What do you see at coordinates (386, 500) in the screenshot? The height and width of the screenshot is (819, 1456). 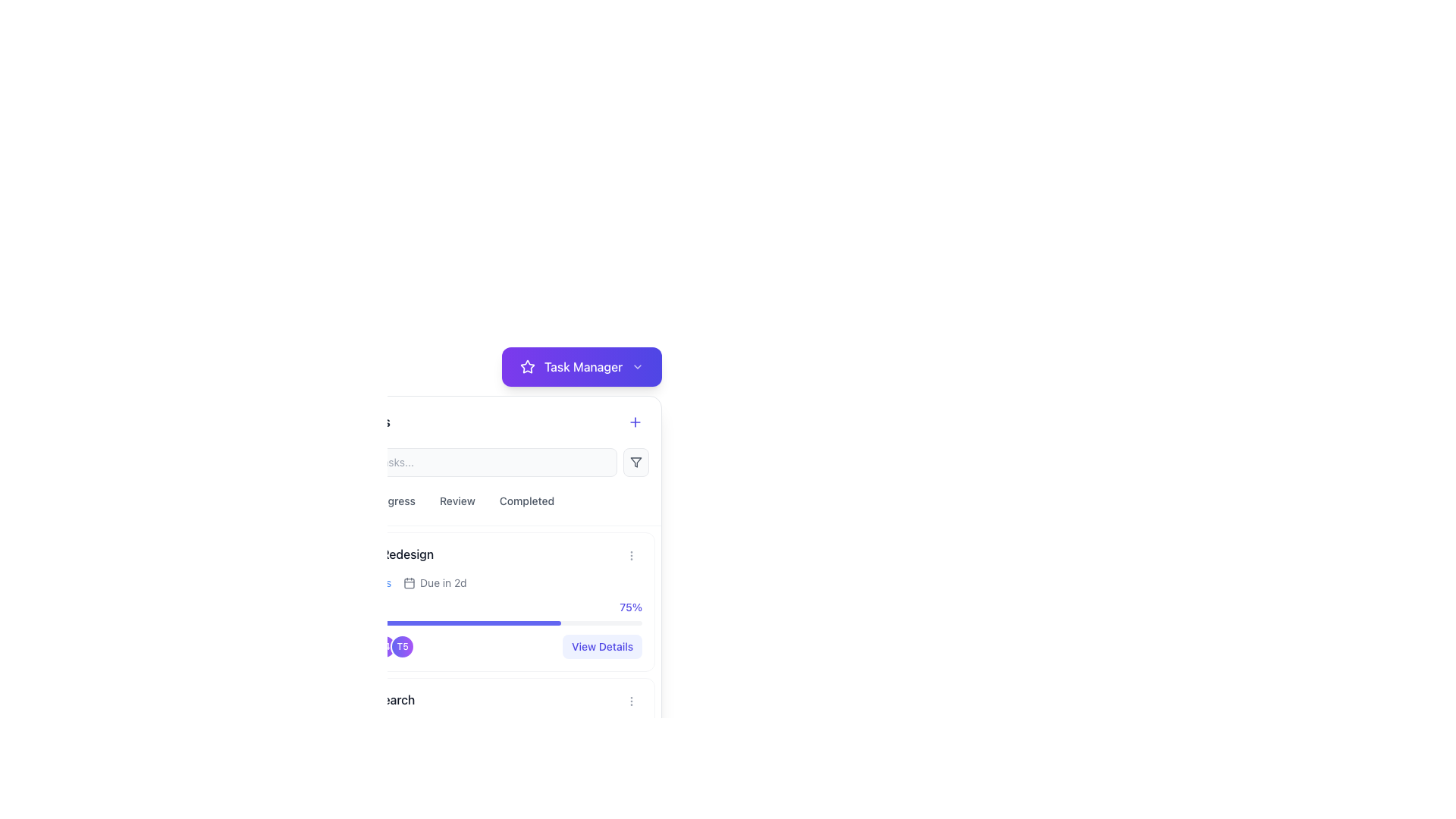 I see `the Navigation tab` at bounding box center [386, 500].